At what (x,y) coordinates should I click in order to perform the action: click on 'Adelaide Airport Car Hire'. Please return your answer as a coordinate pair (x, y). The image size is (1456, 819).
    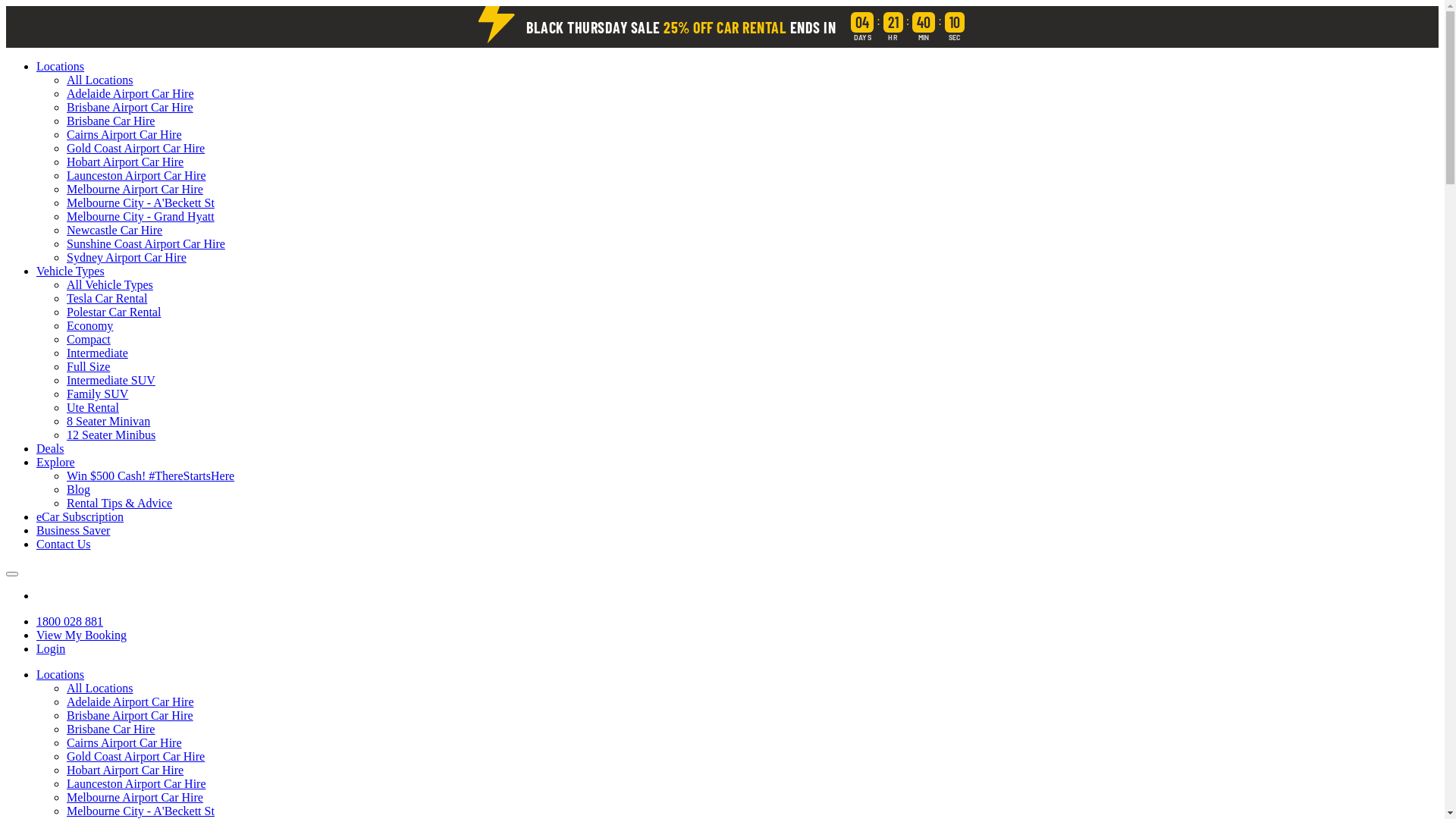
    Looking at the image, I should click on (130, 93).